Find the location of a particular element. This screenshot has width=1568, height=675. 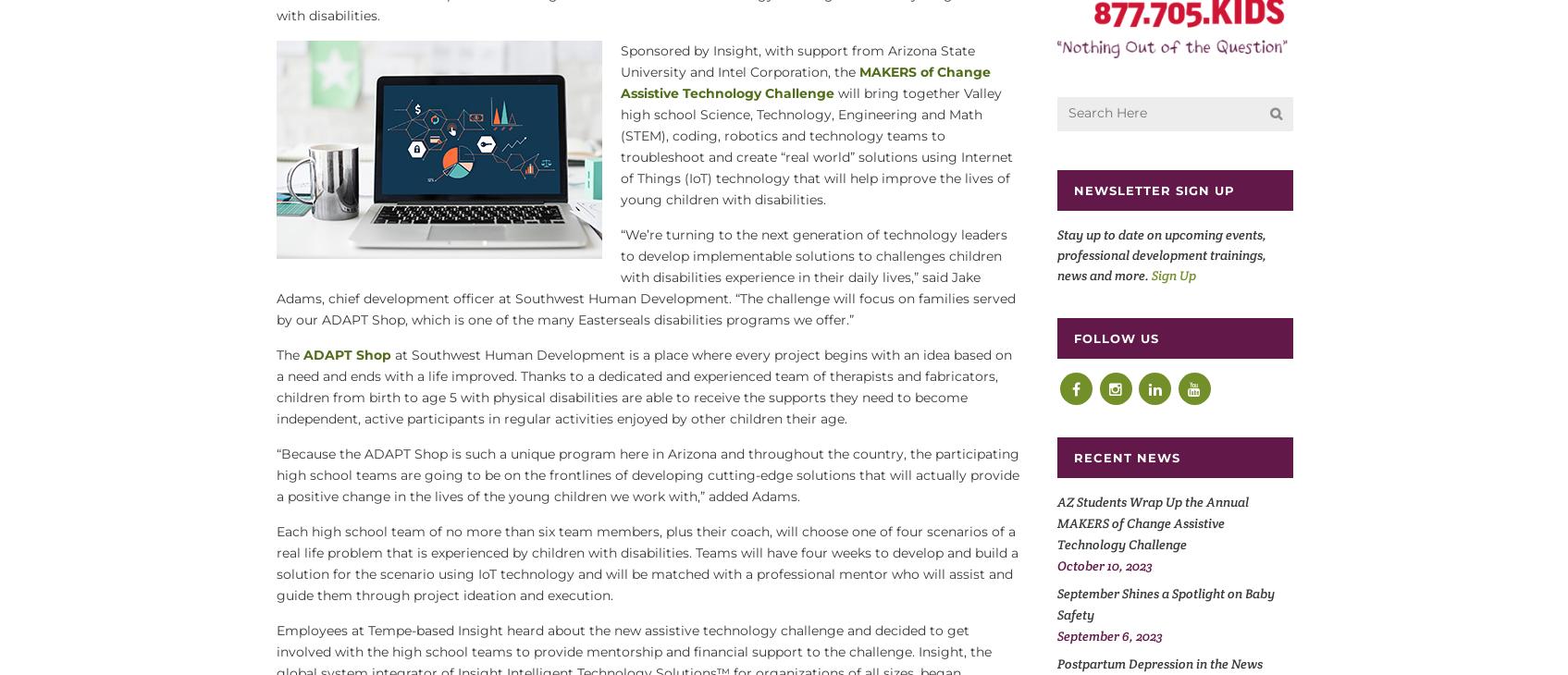

'“Because the ADAPT Shop is such a unique program here in Arizona and throughout the country, the participating high school teams are going to be on the frontlines of developing cutting-edge solutions that will actually provide a positive change in the lives of the young children we work with,” added Adams.' is located at coordinates (647, 473).